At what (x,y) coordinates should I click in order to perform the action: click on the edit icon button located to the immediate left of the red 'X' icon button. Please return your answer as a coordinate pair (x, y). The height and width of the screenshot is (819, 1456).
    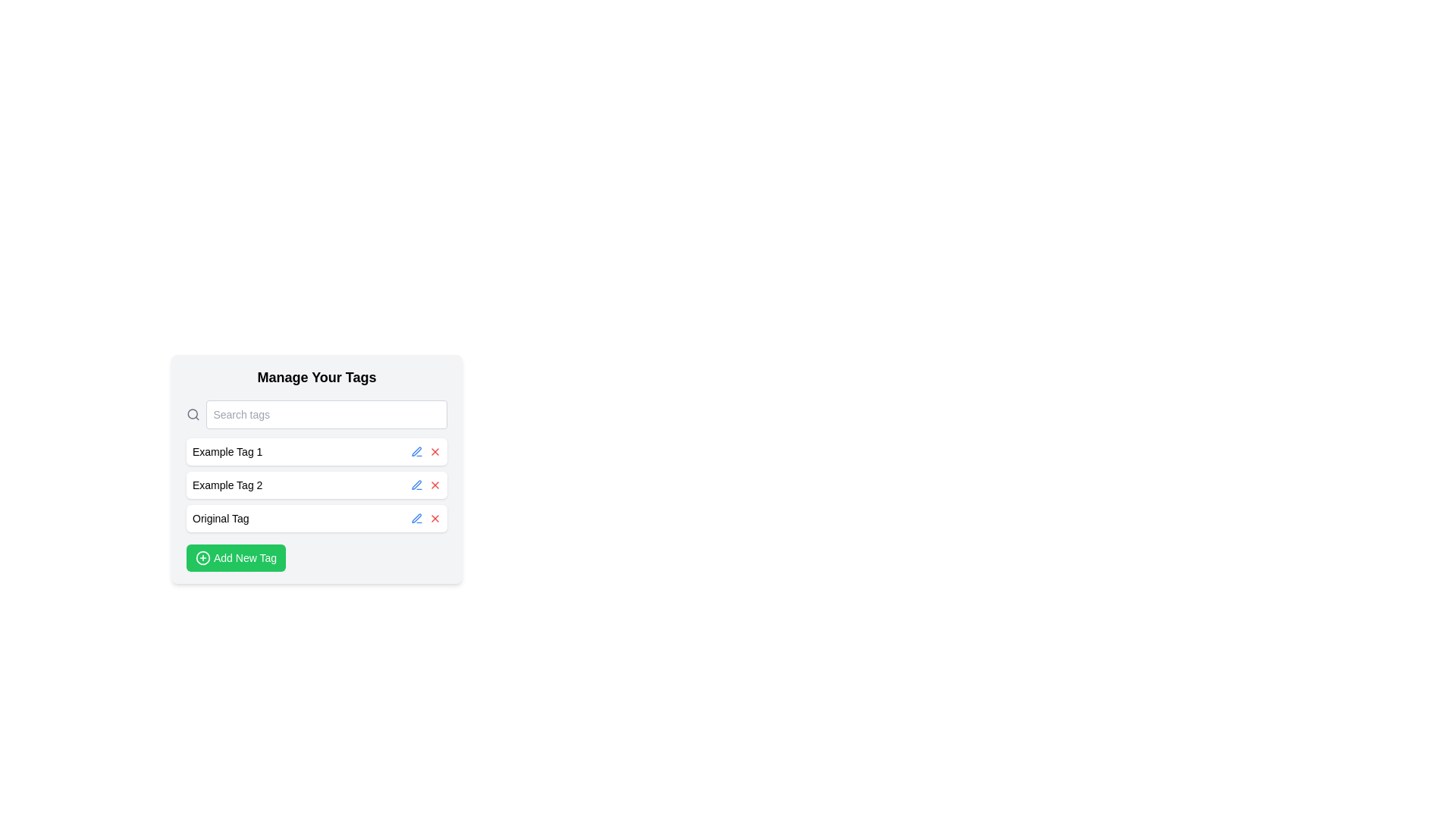
    Looking at the image, I should click on (417, 517).